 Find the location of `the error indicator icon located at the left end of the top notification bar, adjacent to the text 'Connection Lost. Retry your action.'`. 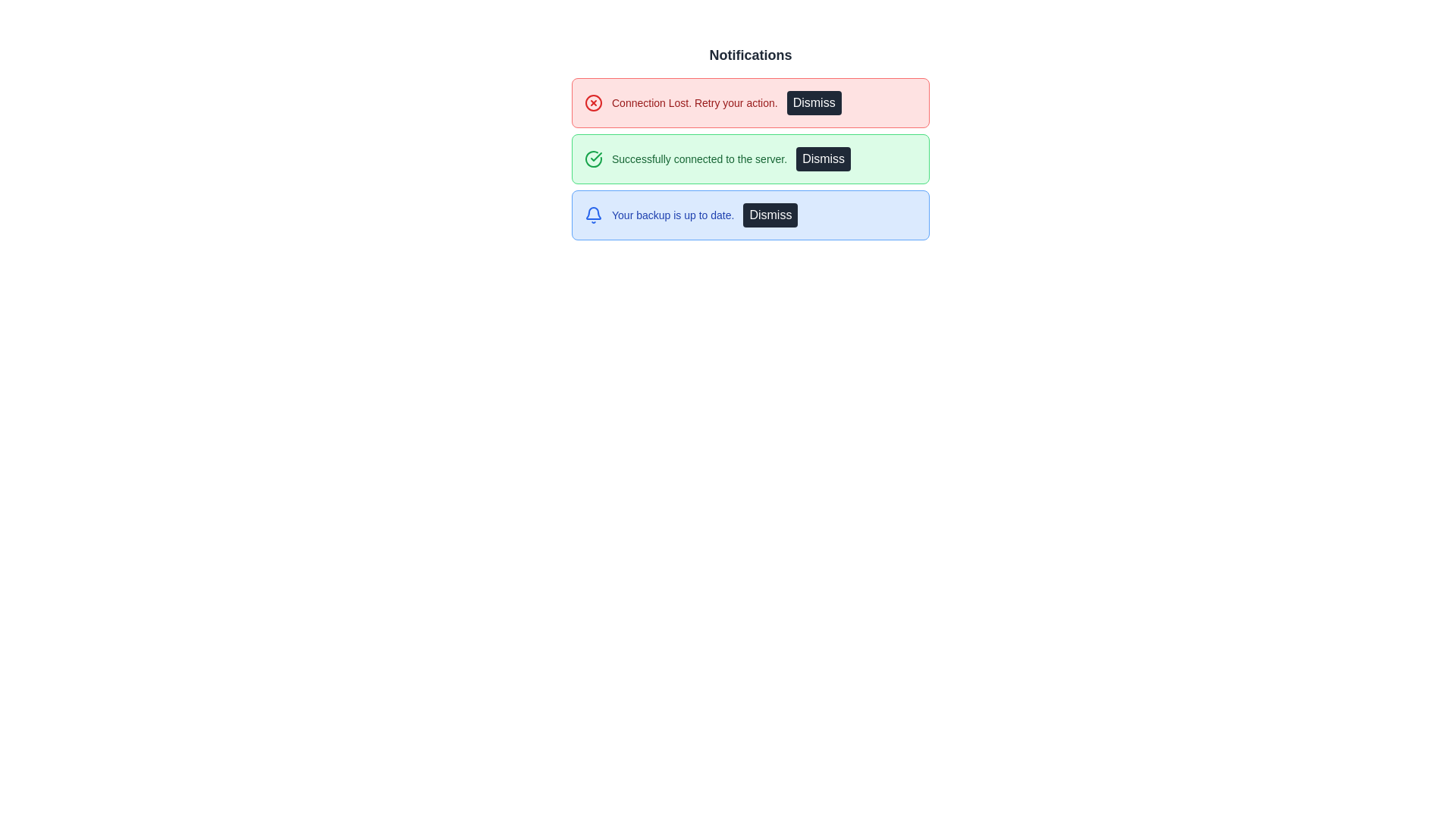

the error indicator icon located at the left end of the top notification bar, adjacent to the text 'Connection Lost. Retry your action.' is located at coordinates (592, 102).